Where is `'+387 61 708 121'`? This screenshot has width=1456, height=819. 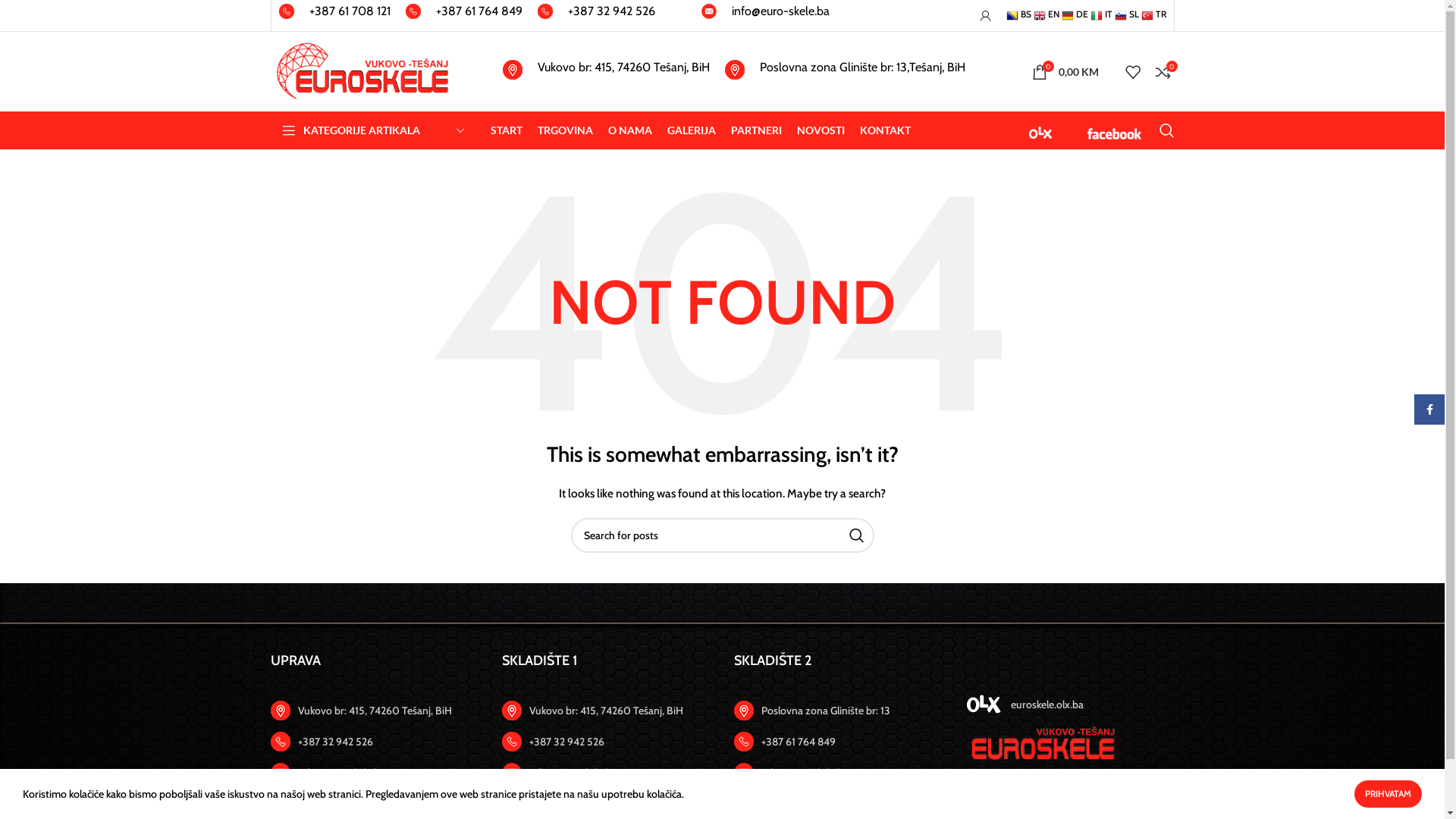 '+387 61 708 121' is located at coordinates (334, 15).